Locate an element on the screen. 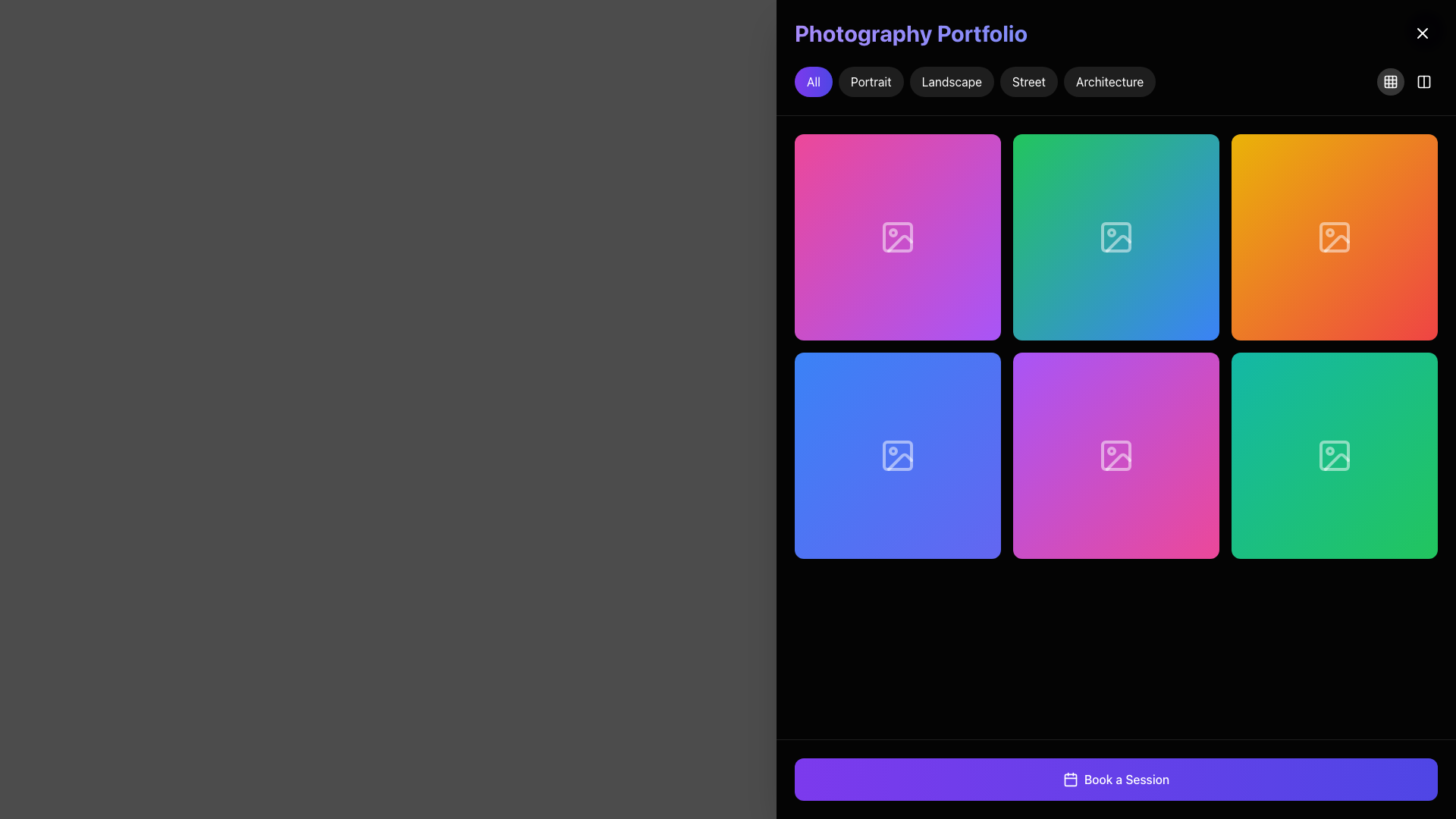  the pill-shaped button with a gradient color from violet to indigo, labeled 'All', to apply the 'All' filter is located at coordinates (812, 82).